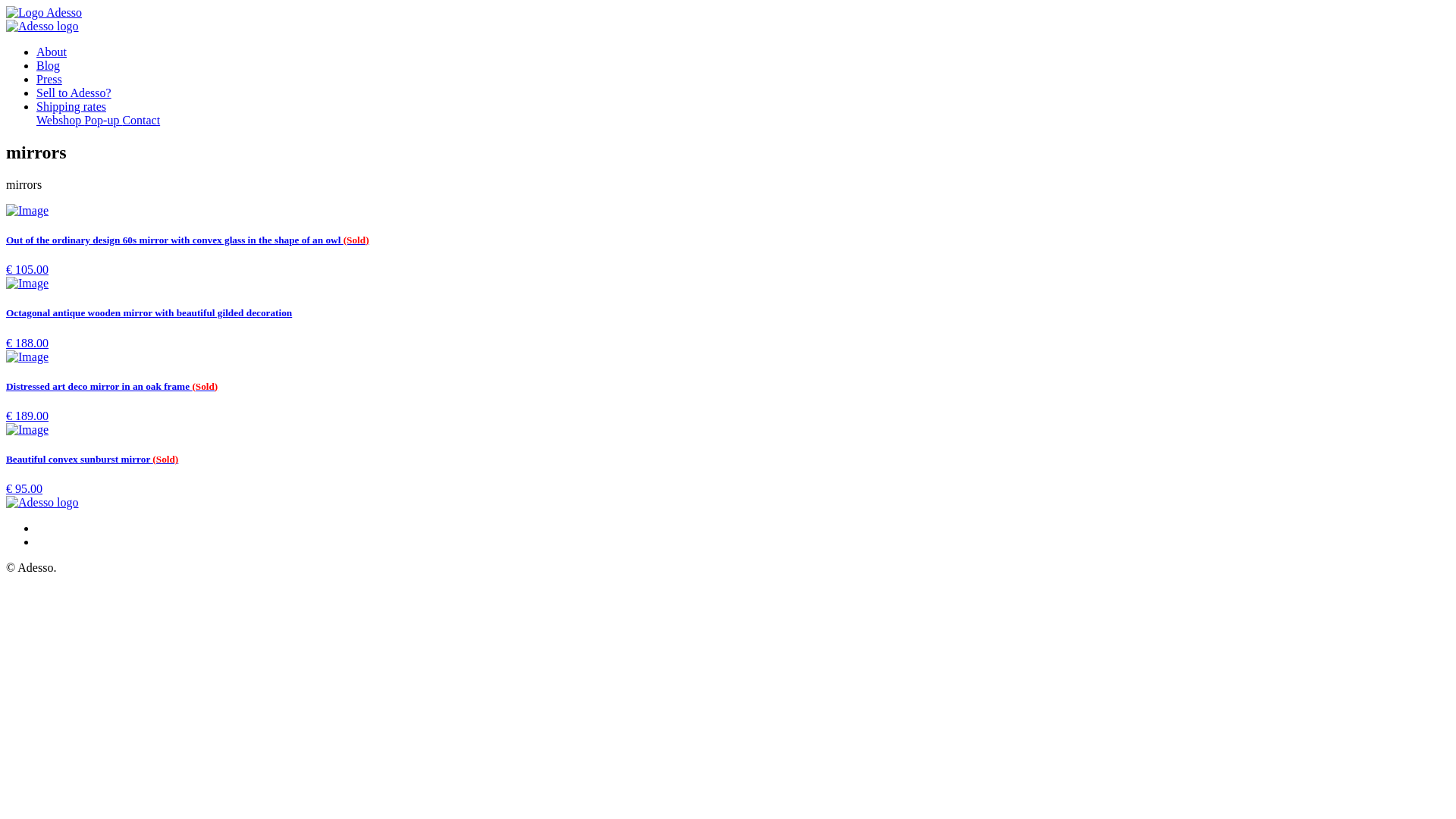 The height and width of the screenshot is (819, 1456). I want to click on 'Contact', so click(141, 119).